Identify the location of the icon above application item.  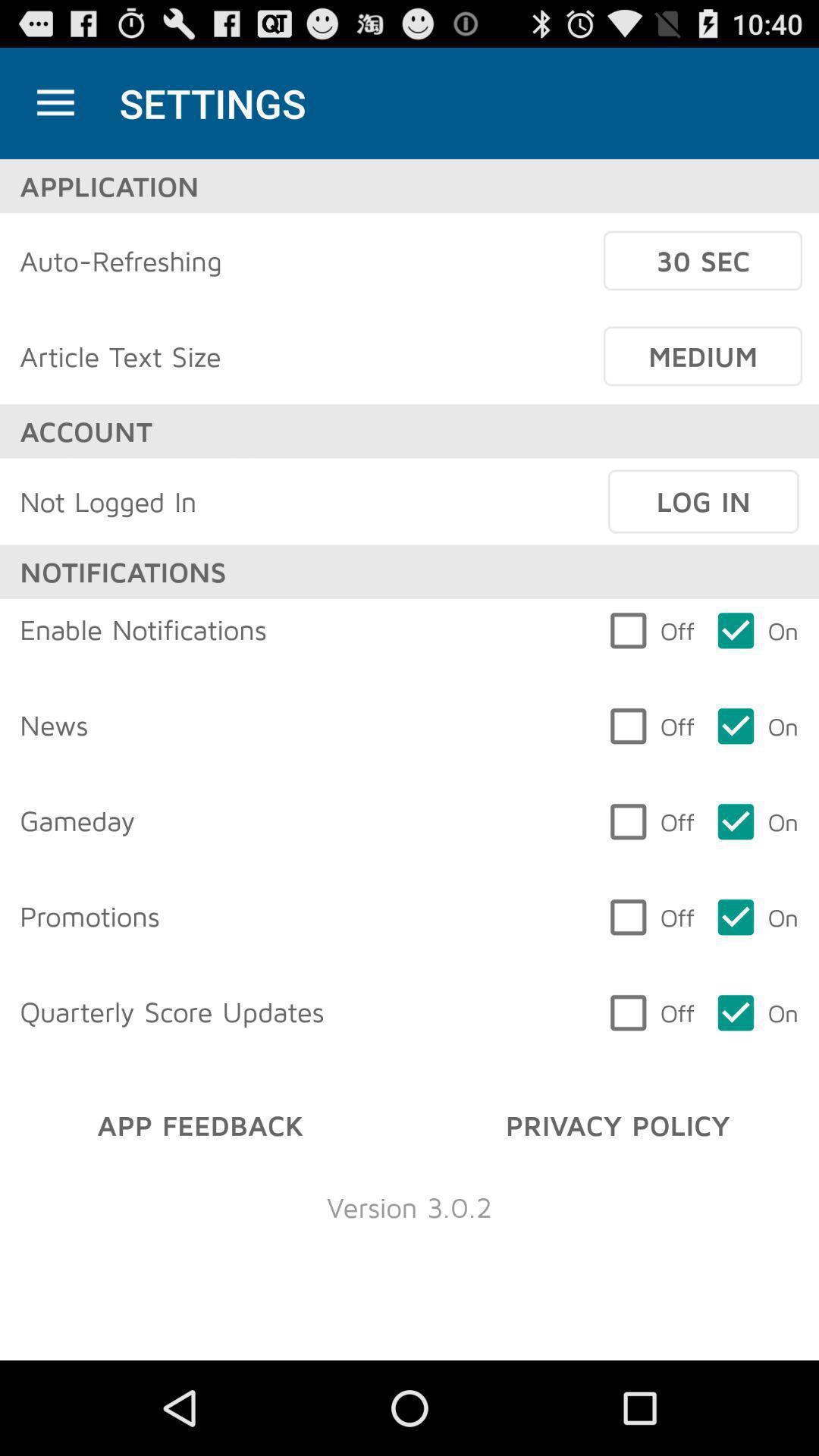
(55, 102).